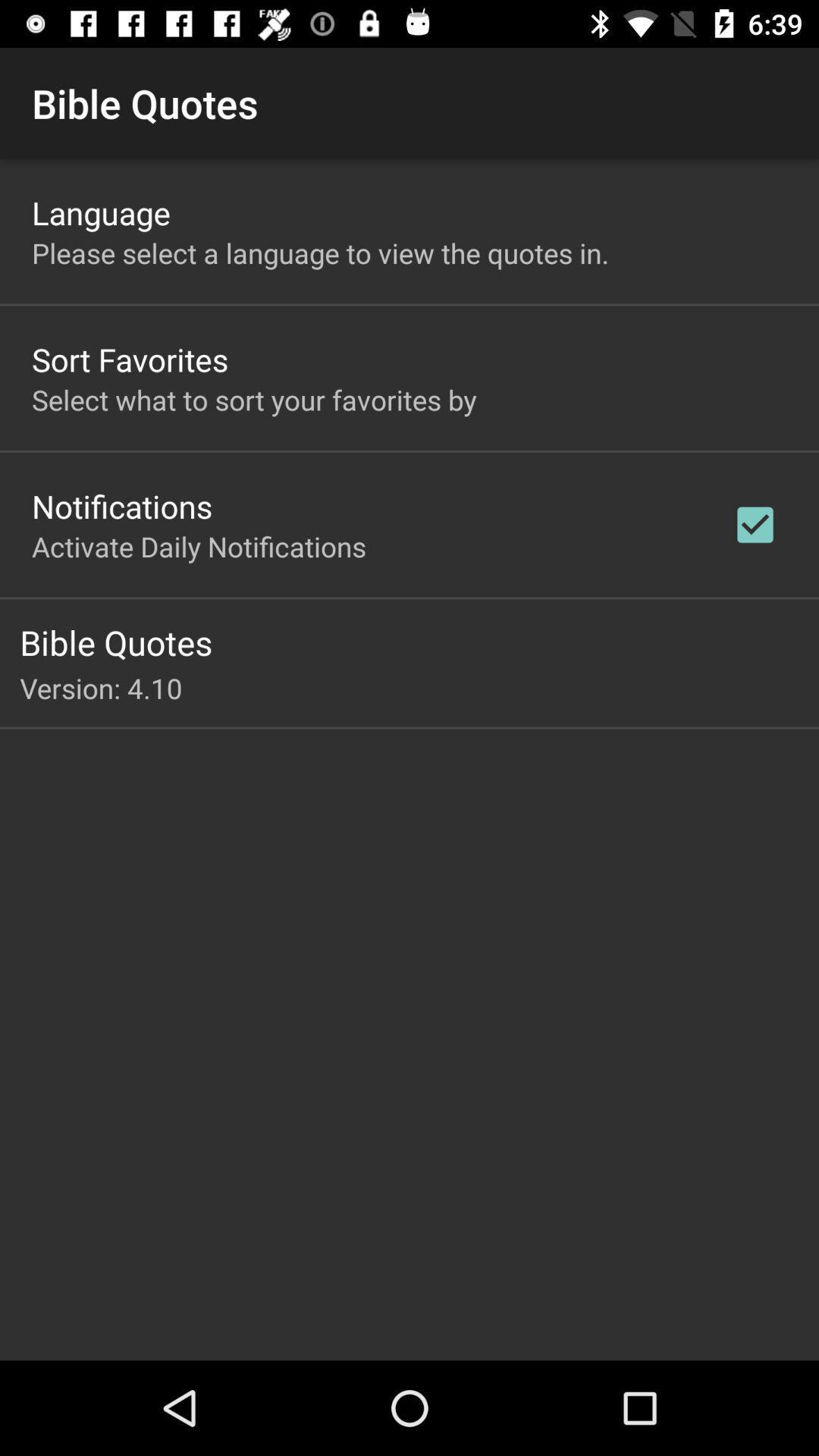 This screenshot has height=1456, width=819. What do you see at coordinates (755, 525) in the screenshot?
I see `the item on the right` at bounding box center [755, 525].